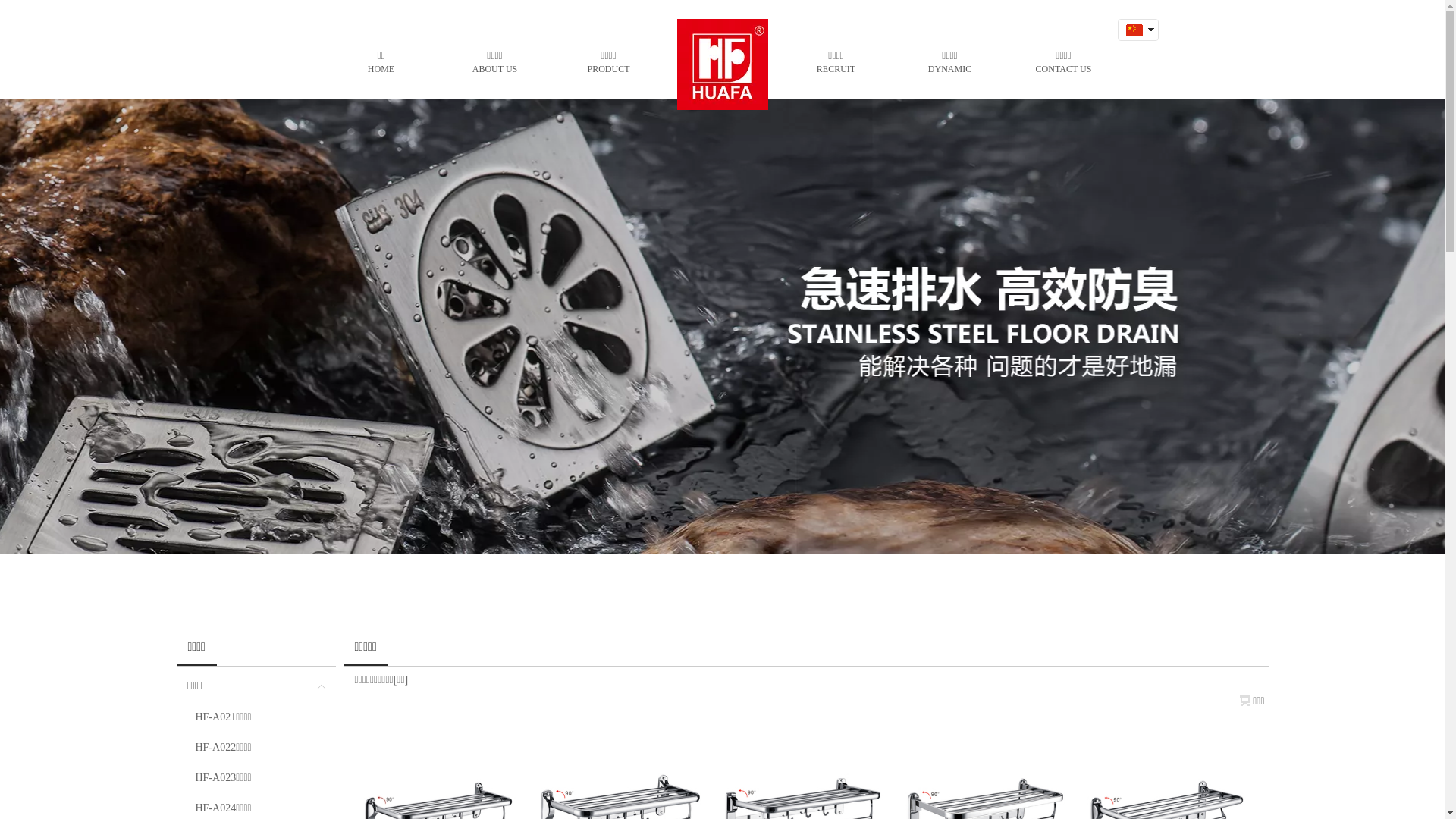 This screenshot has width=1456, height=819. What do you see at coordinates (720, 60) in the screenshot?
I see `'.'` at bounding box center [720, 60].